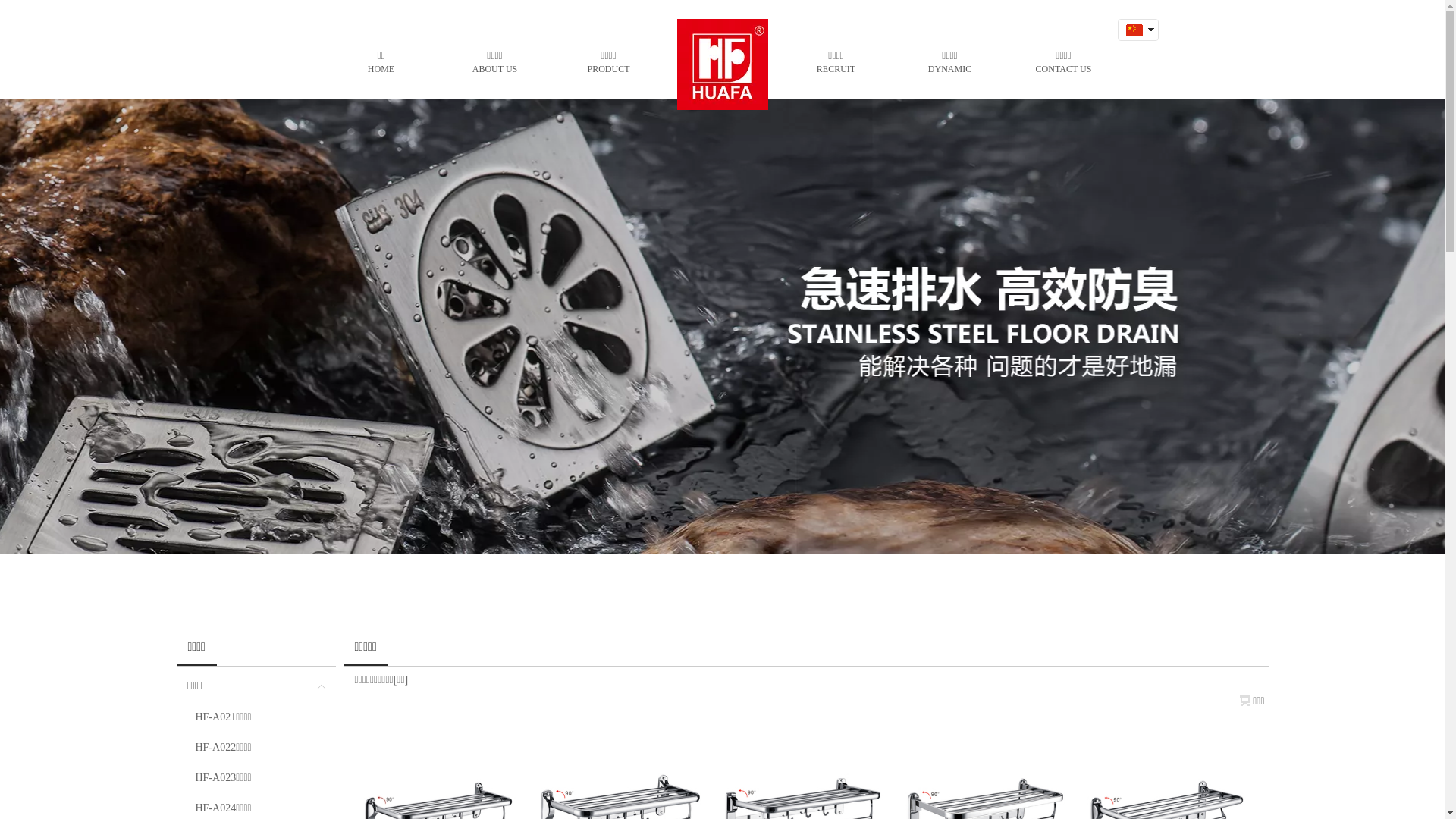 This screenshot has width=1456, height=819. What do you see at coordinates (720, 60) in the screenshot?
I see `'.'` at bounding box center [720, 60].